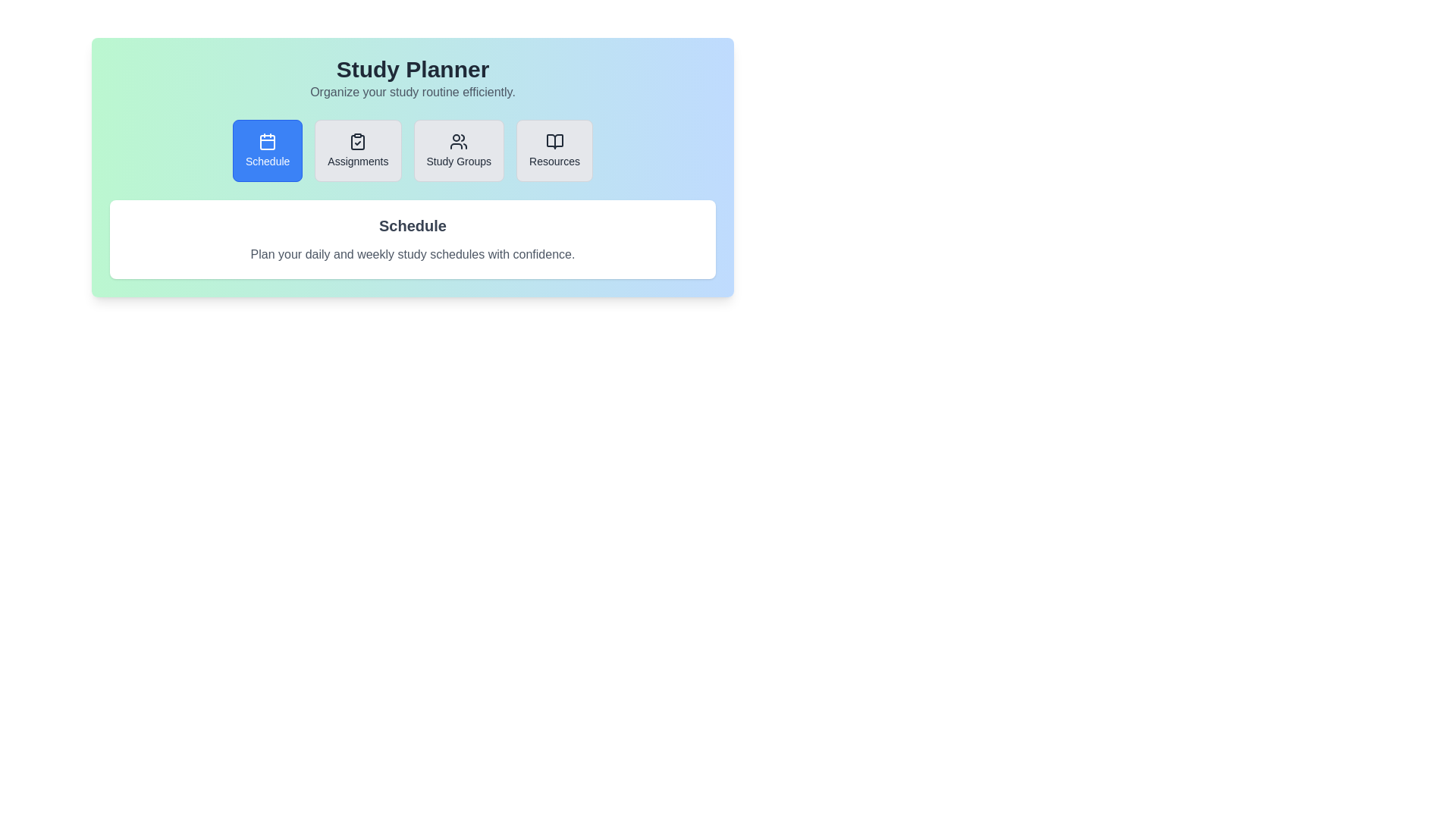  What do you see at coordinates (268, 151) in the screenshot?
I see `the tab titled Schedule` at bounding box center [268, 151].